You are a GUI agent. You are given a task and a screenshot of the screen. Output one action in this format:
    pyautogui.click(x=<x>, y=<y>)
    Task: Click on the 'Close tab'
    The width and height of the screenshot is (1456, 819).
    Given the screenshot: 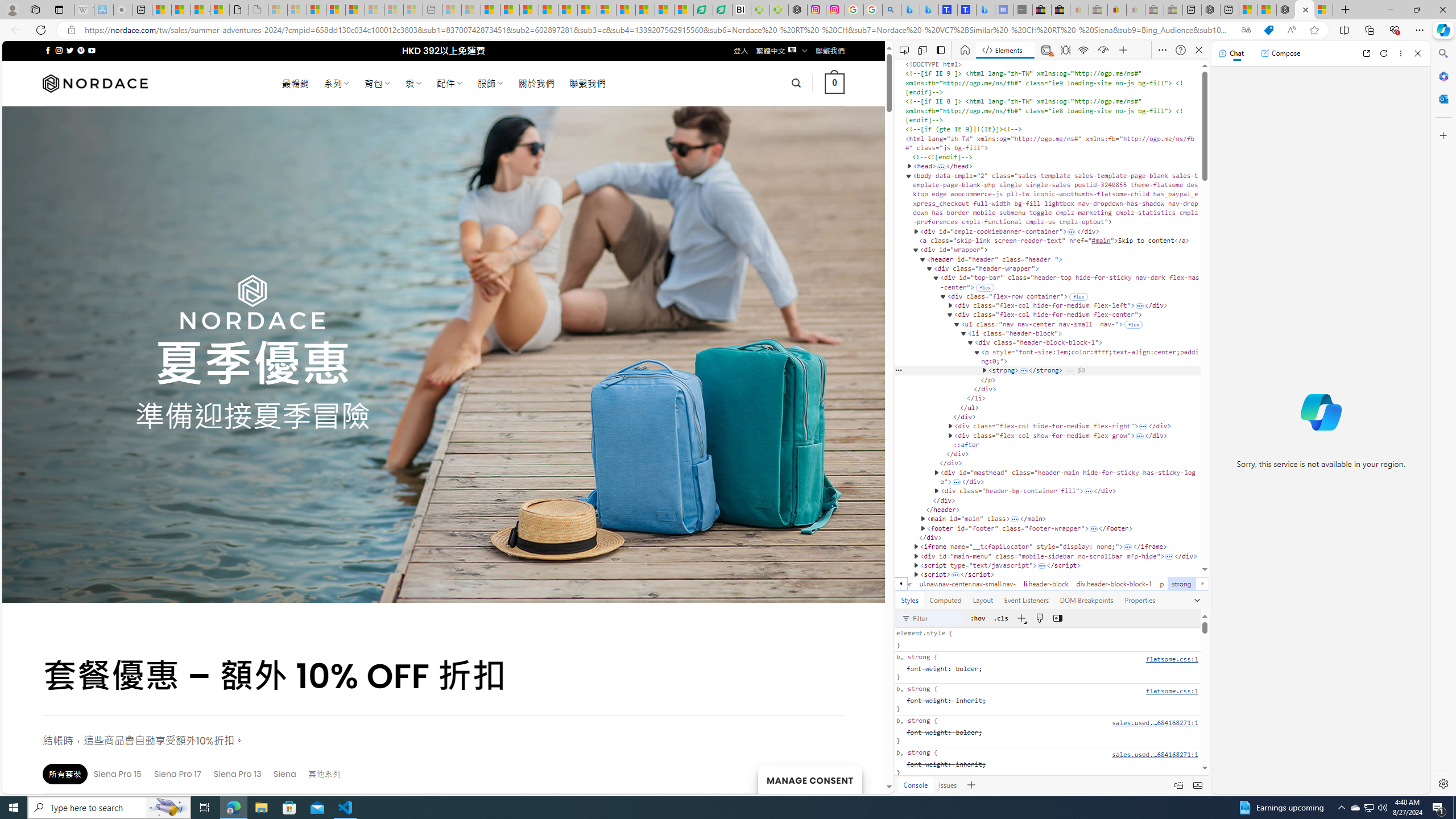 What is the action you would take?
    pyautogui.click(x=1305, y=9)
    